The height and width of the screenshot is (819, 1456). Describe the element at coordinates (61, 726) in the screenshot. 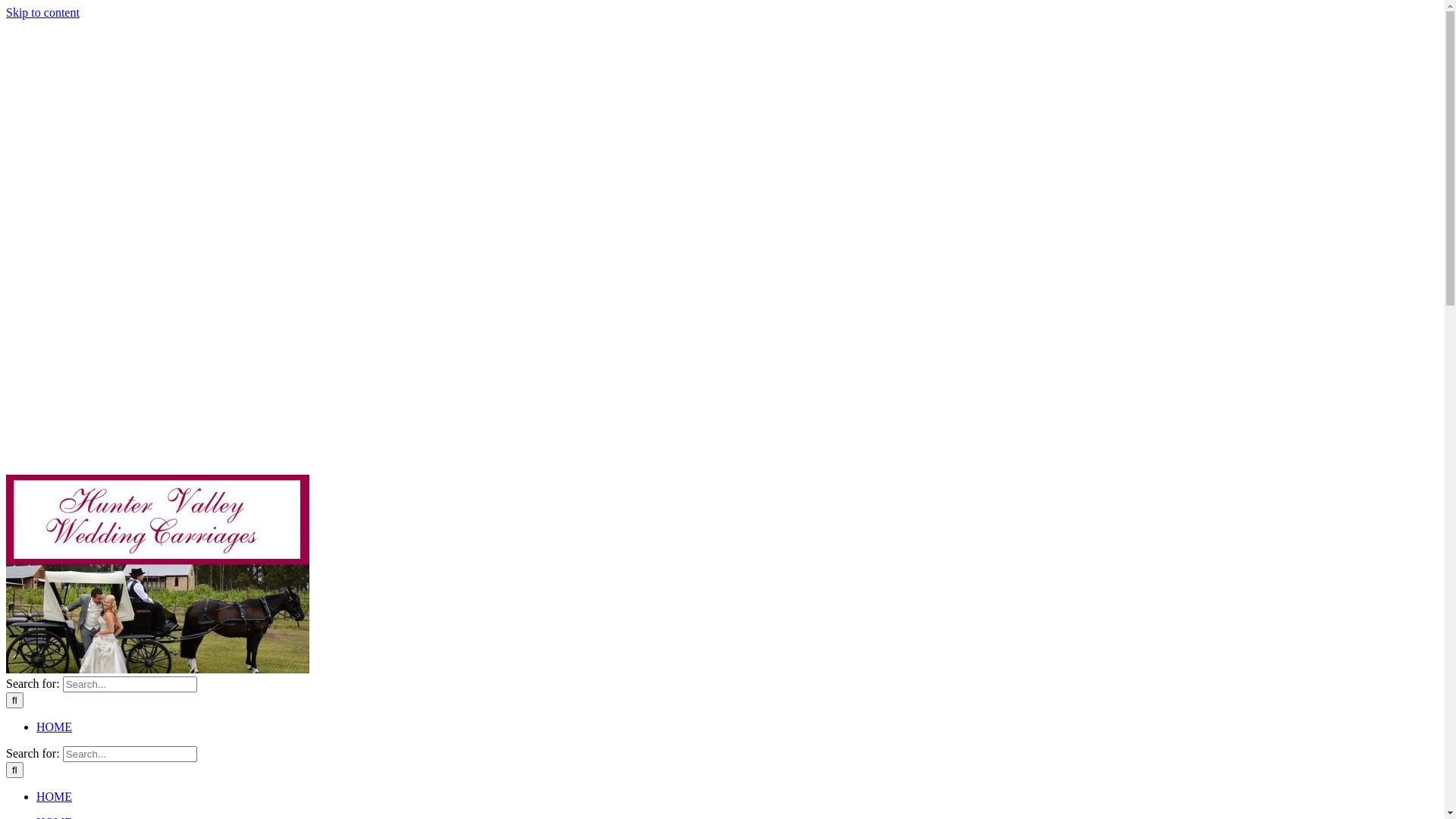

I see `'HOME'` at that location.